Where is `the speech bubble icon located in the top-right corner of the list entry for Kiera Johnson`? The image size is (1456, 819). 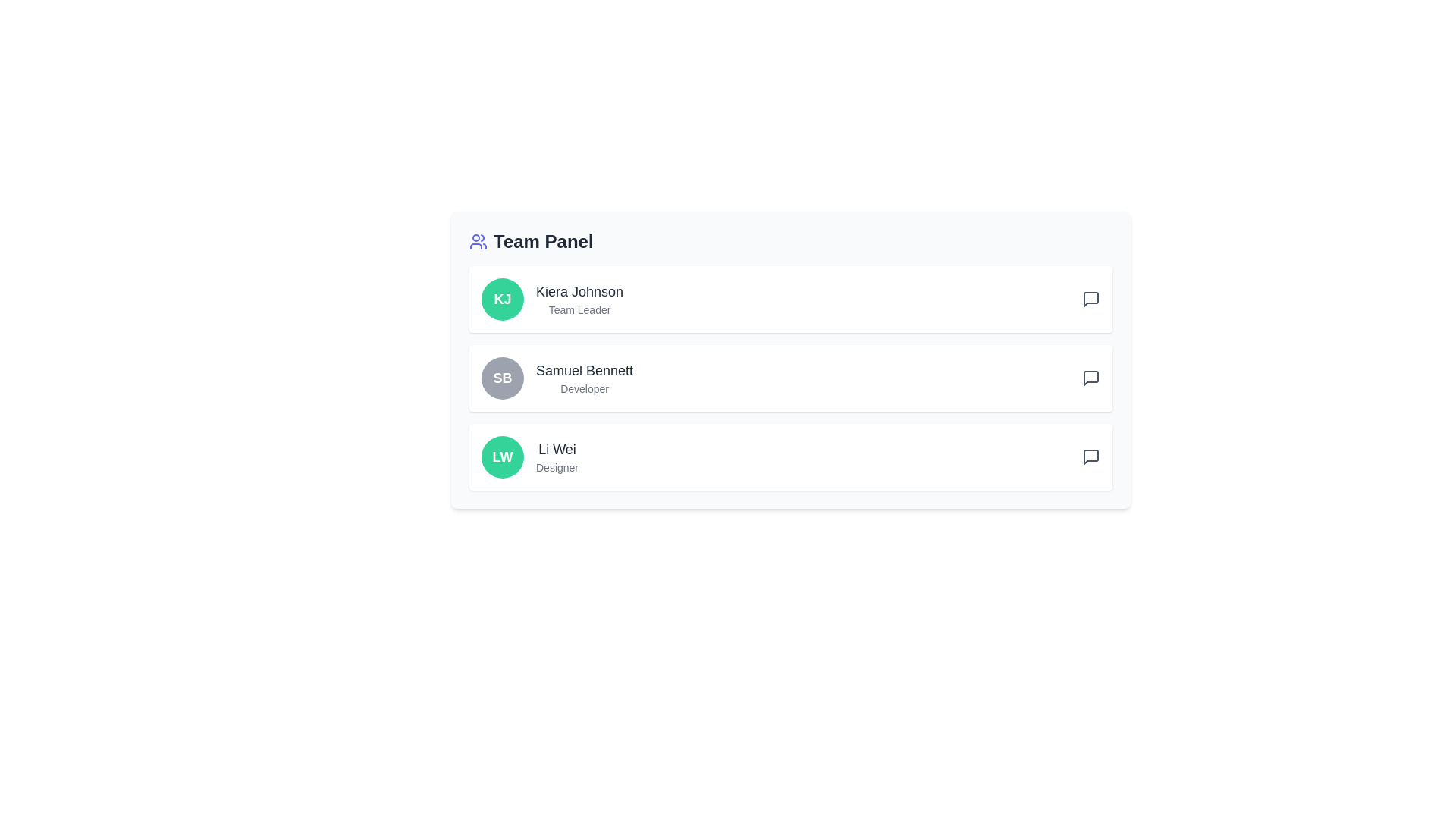 the speech bubble icon located in the top-right corner of the list entry for Kiera Johnson is located at coordinates (1090, 299).